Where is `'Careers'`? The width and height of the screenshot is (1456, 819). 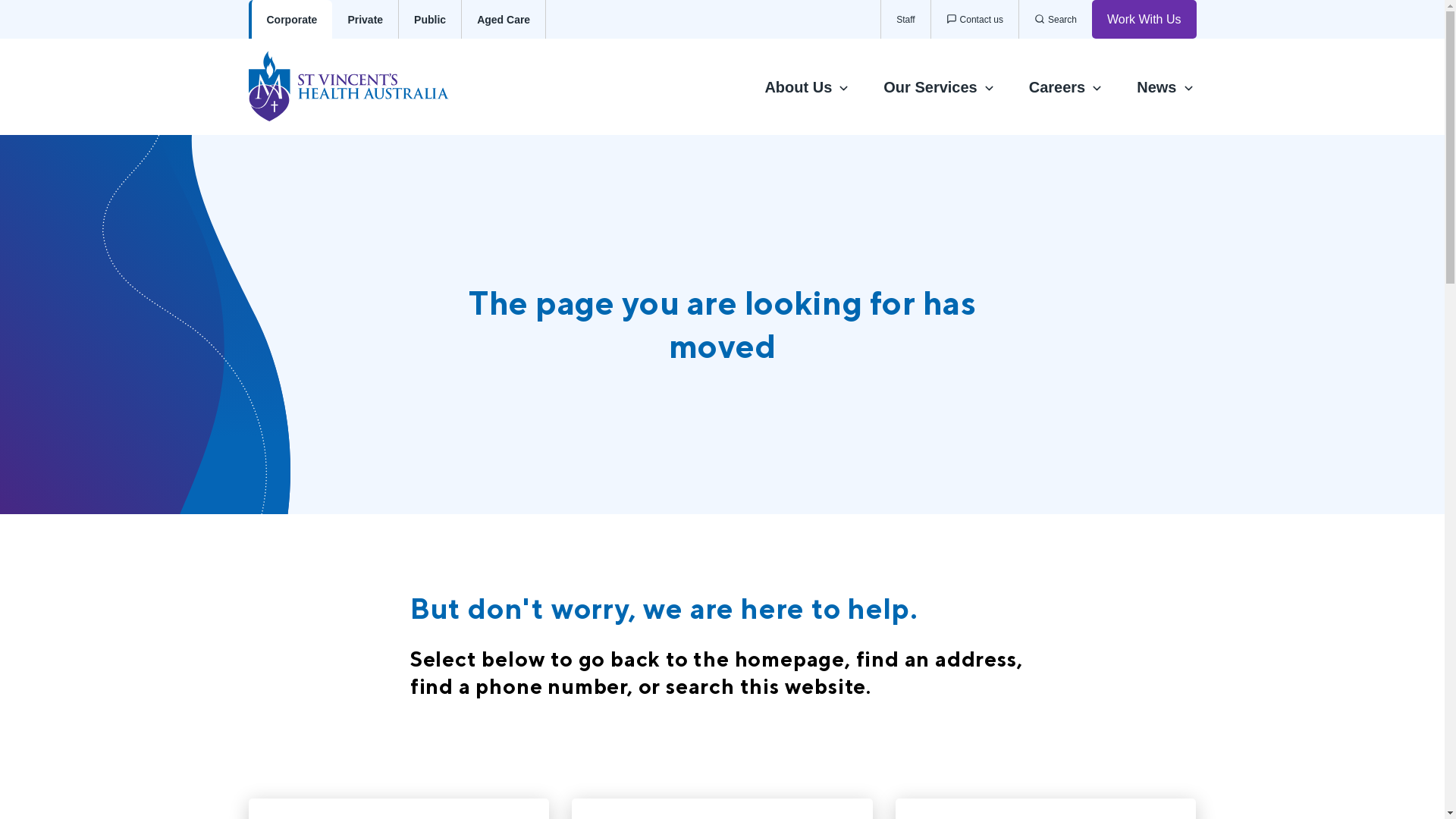
'Careers' is located at coordinates (1065, 86).